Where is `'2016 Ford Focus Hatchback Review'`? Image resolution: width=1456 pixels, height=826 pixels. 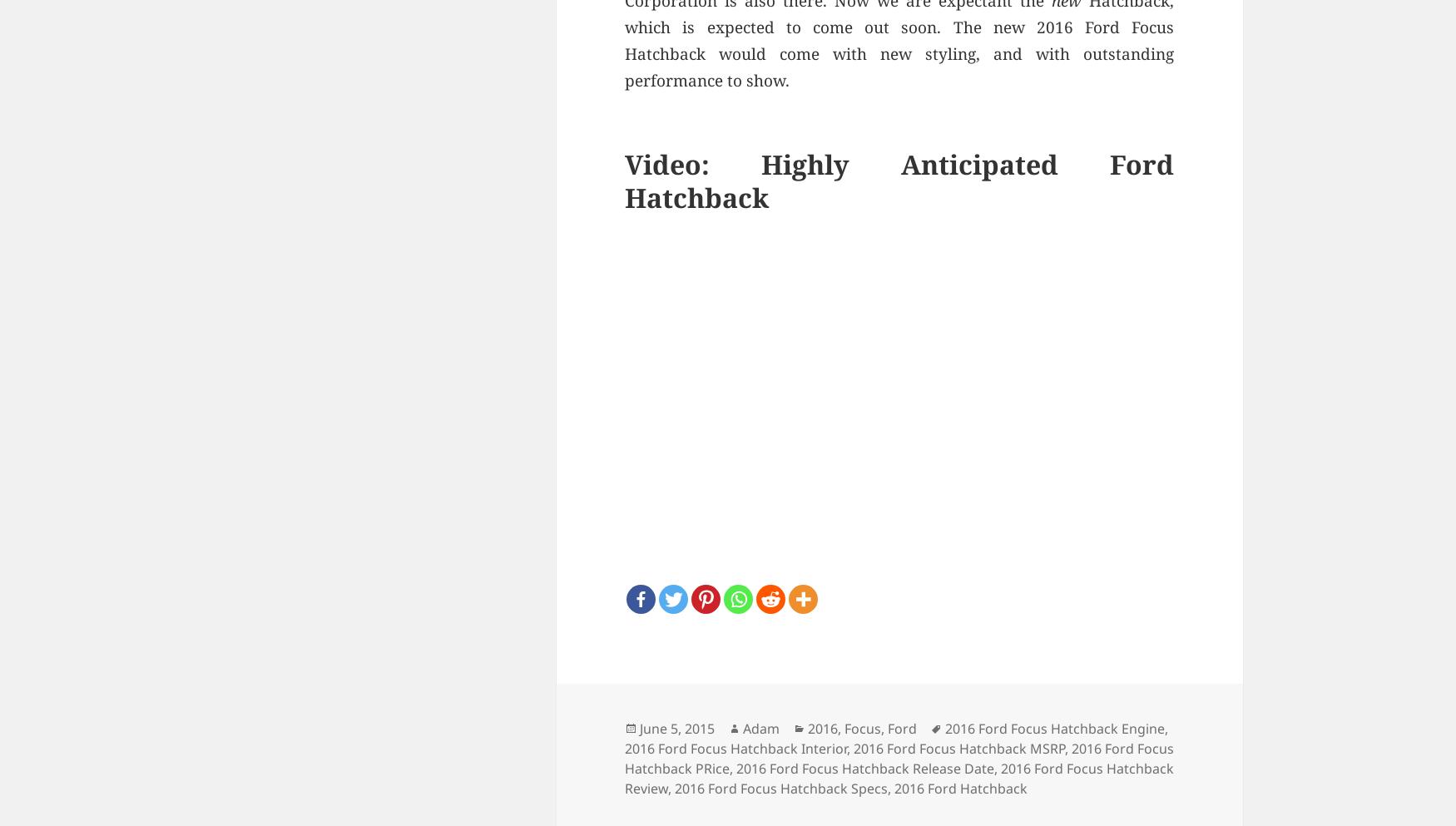 '2016 Ford Focus Hatchback Review' is located at coordinates (899, 777).